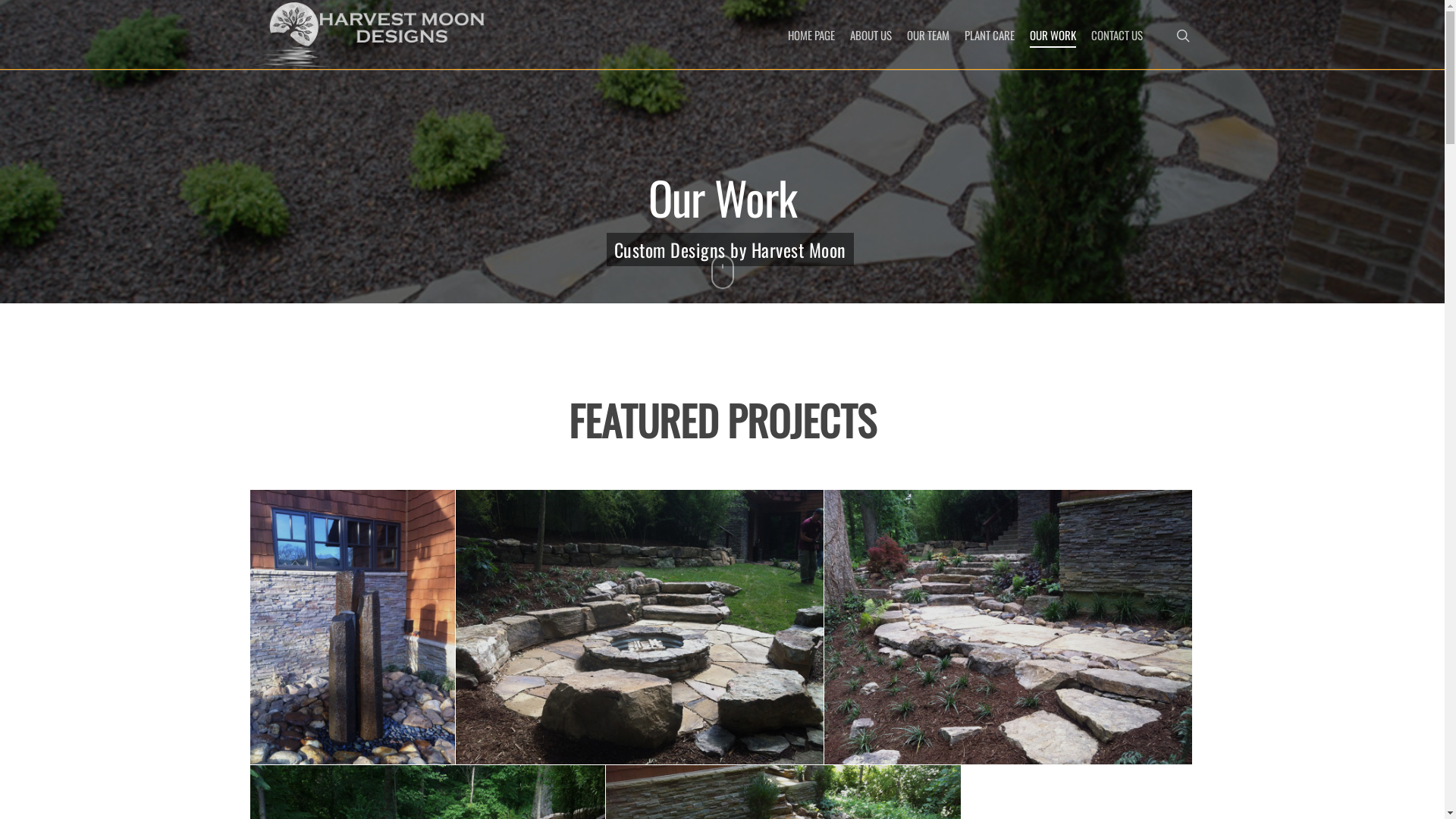 The height and width of the screenshot is (819, 1456). Describe the element at coordinates (927, 34) in the screenshot. I see `'OUR TEAM'` at that location.